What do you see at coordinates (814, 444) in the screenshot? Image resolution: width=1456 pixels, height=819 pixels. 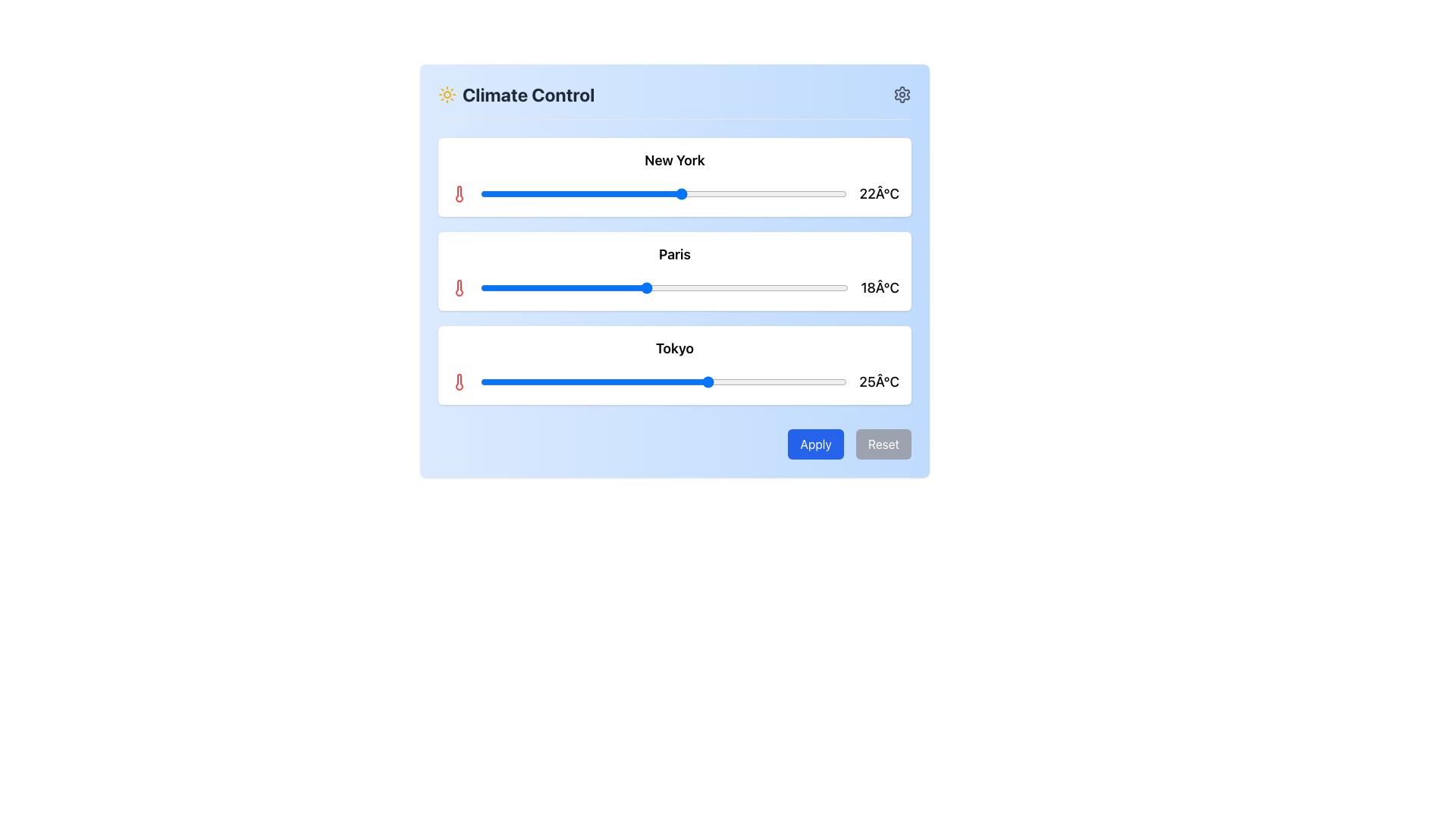 I see `the 'Apply' button located in the lower-right corner of the 'Climate Control' card` at bounding box center [814, 444].